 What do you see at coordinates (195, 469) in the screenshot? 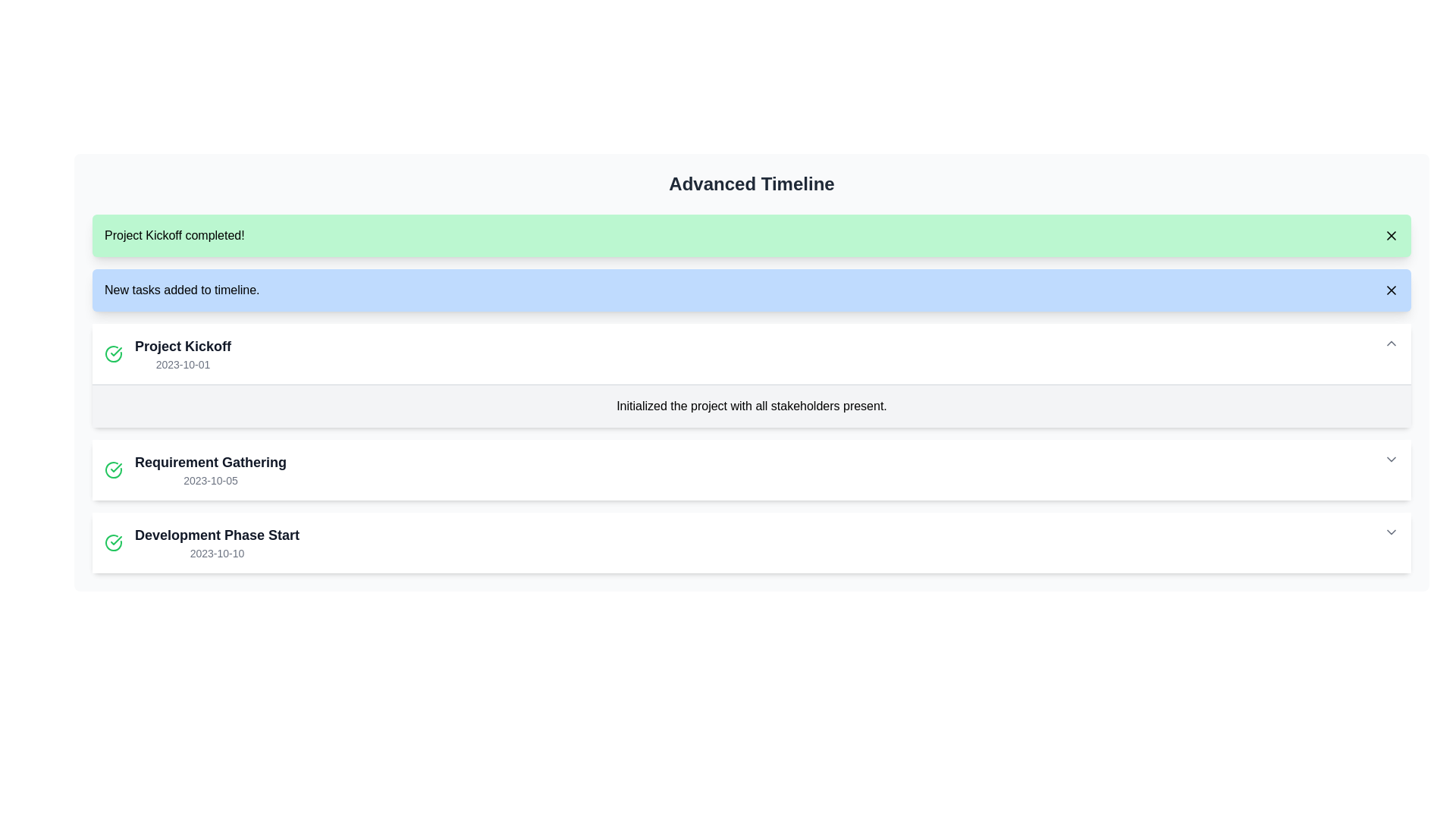
I see `the Labeled status indicator with the text 'Requirement Gathering'` at bounding box center [195, 469].